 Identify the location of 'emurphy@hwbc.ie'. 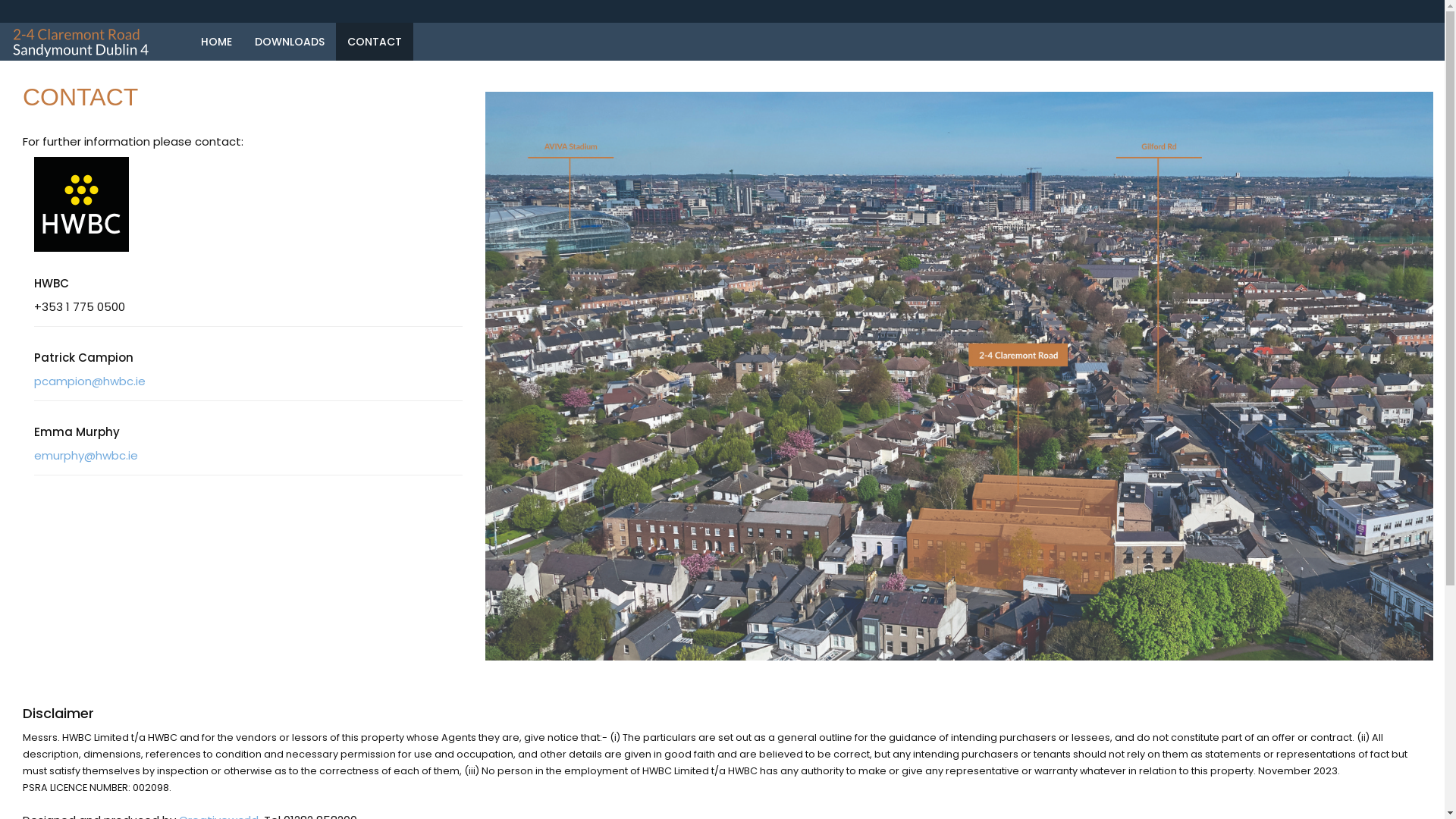
(85, 454).